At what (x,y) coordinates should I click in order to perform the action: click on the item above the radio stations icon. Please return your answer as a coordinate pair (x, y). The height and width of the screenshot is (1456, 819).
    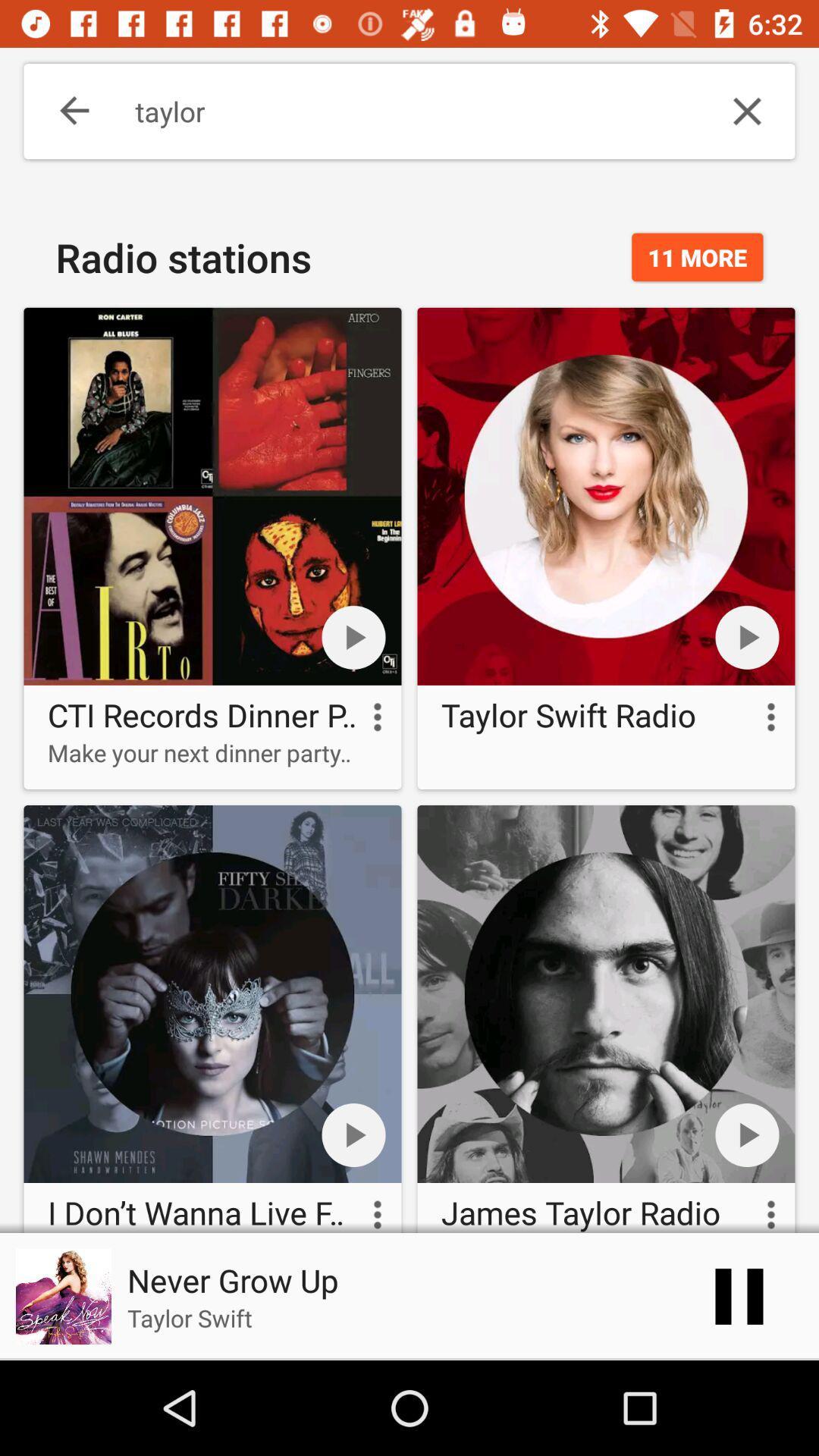
    Looking at the image, I should click on (63, 111).